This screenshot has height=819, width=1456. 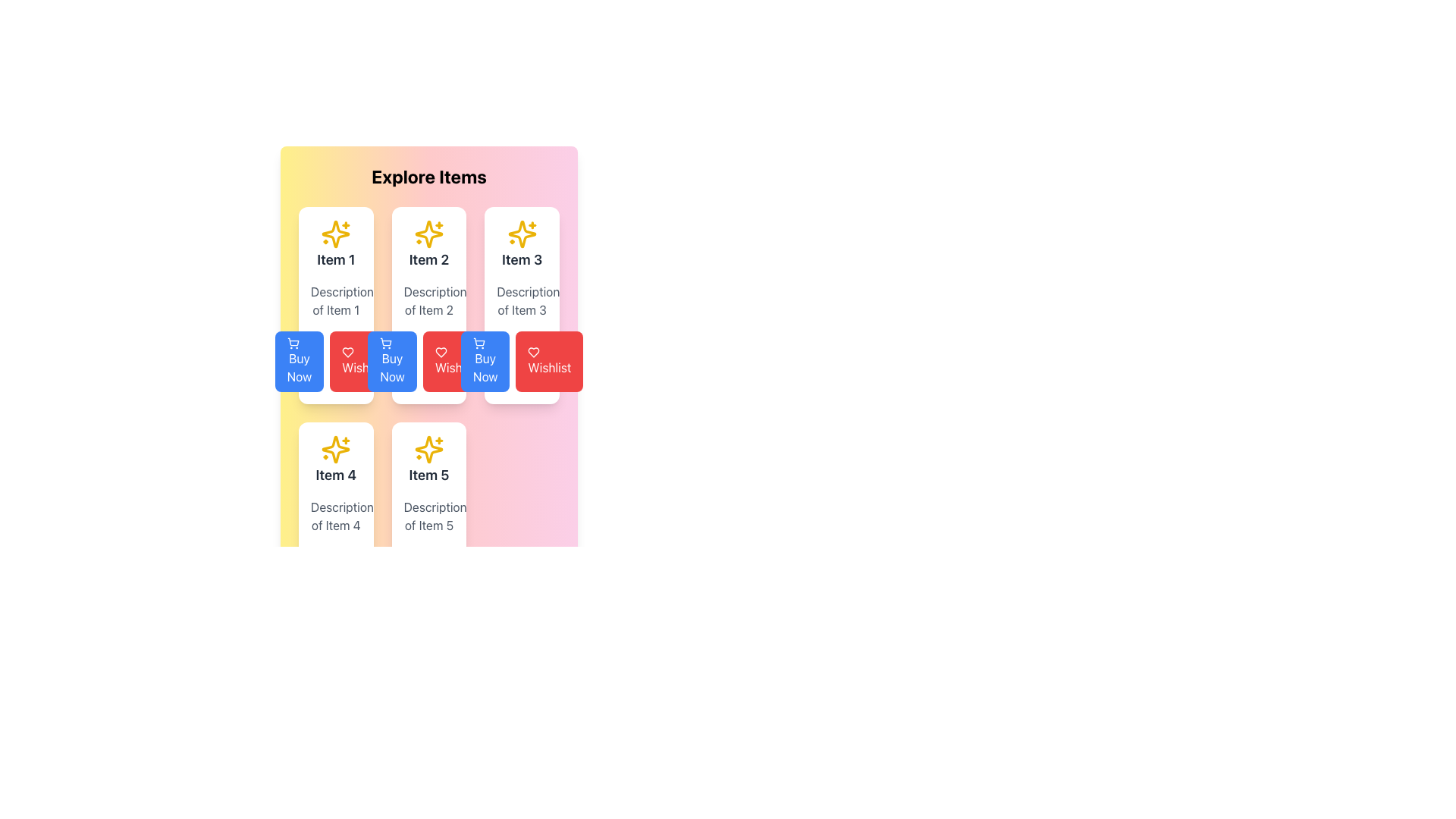 What do you see at coordinates (534, 353) in the screenshot?
I see `the heart-shaped icon located to the left of the 'Wishlist' text within the red rectangular button associated with 'Item 3'` at bounding box center [534, 353].